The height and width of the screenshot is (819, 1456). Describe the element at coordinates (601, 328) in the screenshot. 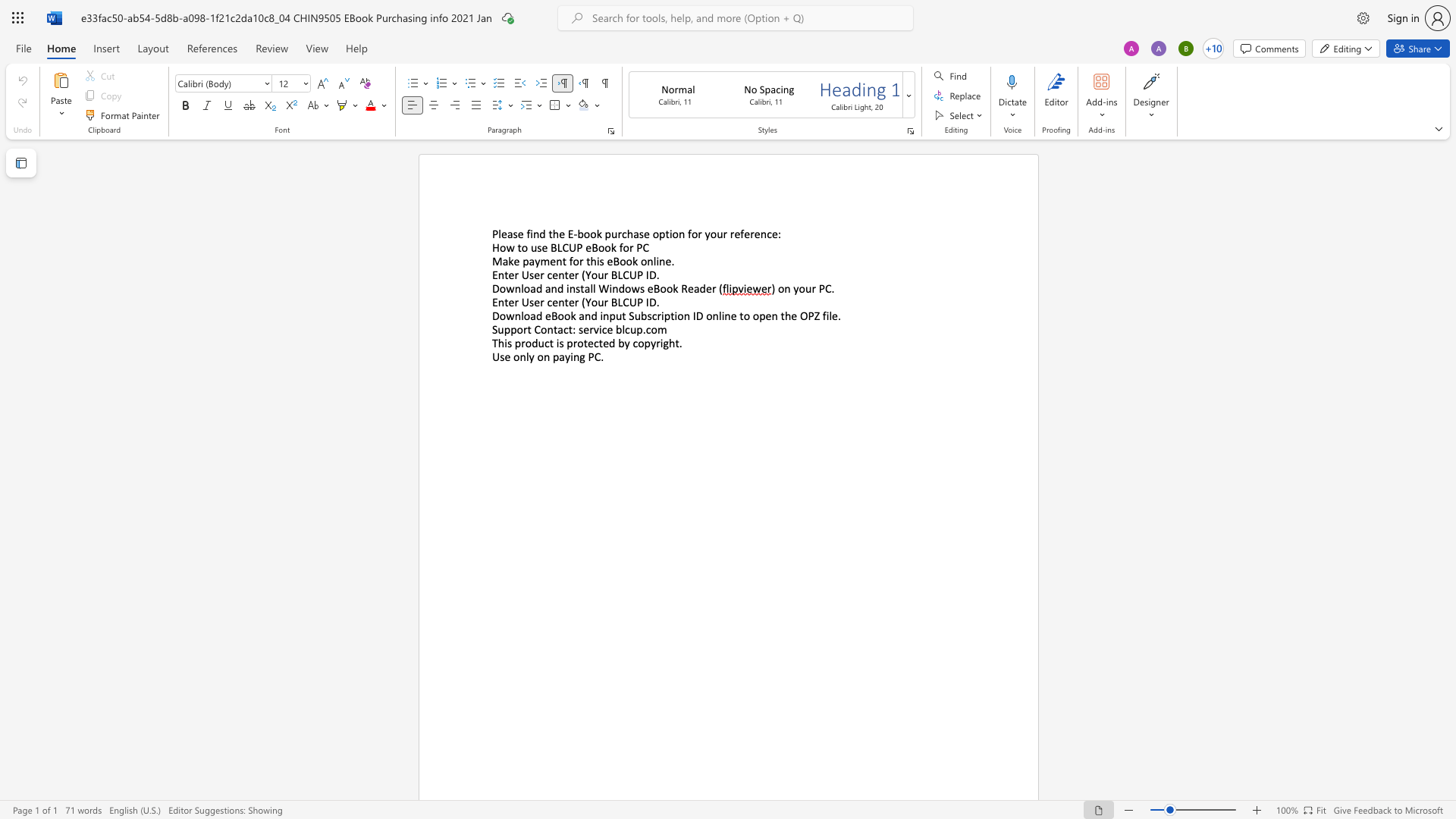

I see `the space between the continuous character "i" and "c" in the text` at that location.